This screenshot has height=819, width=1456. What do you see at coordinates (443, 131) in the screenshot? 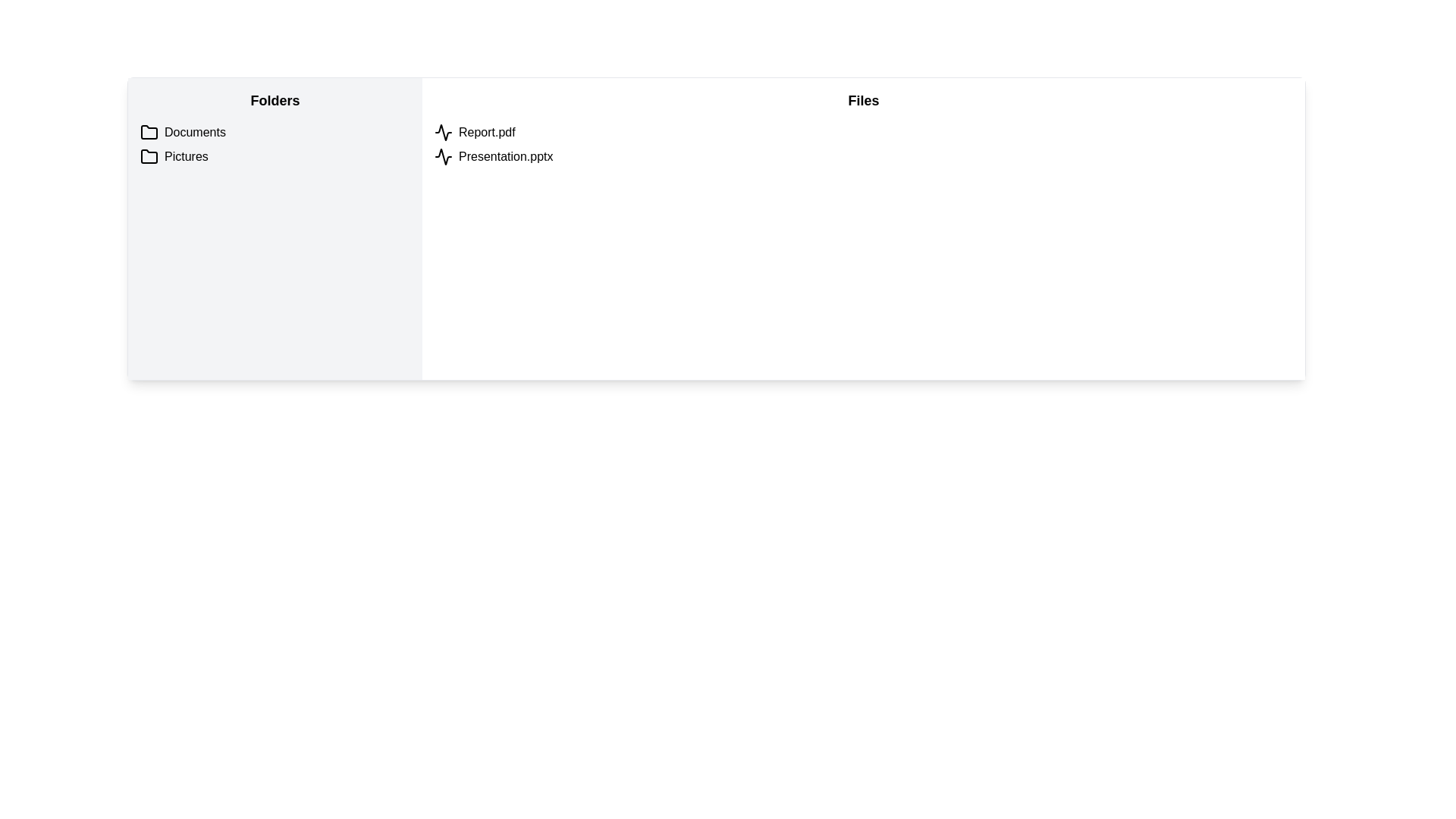
I see `the small graphical icon resembling a waveform, located in the 'Files' section next to the label 'Report.pdf'` at bounding box center [443, 131].